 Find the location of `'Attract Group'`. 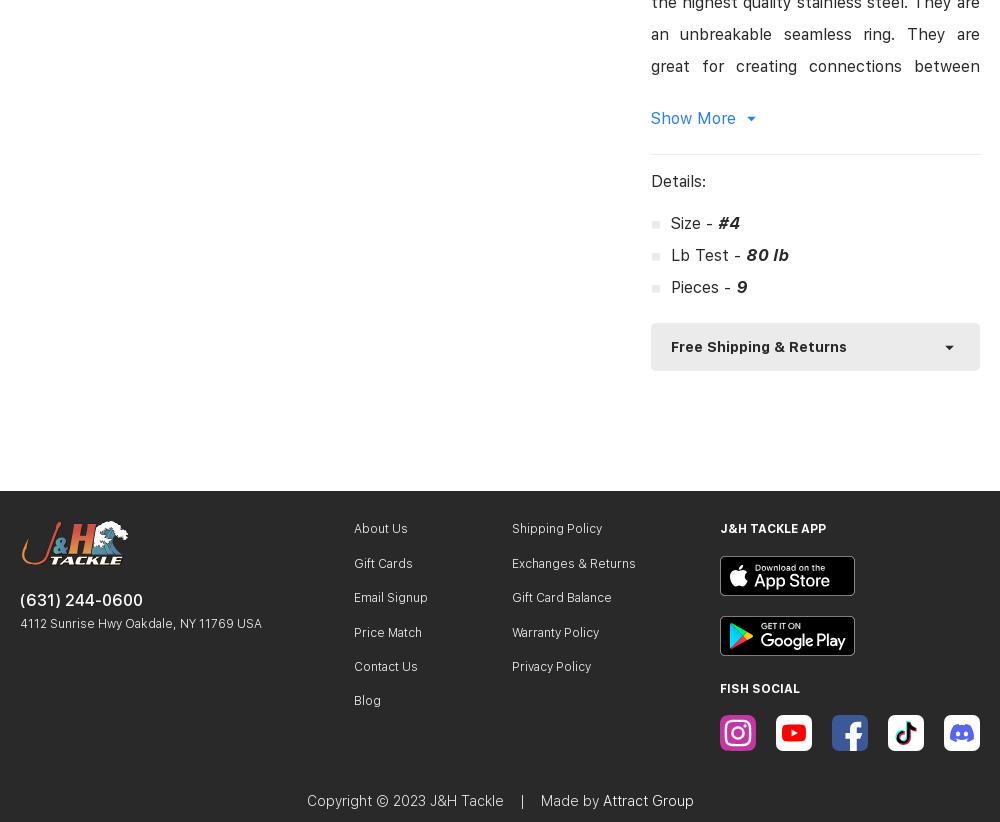

'Attract Group' is located at coordinates (647, 800).